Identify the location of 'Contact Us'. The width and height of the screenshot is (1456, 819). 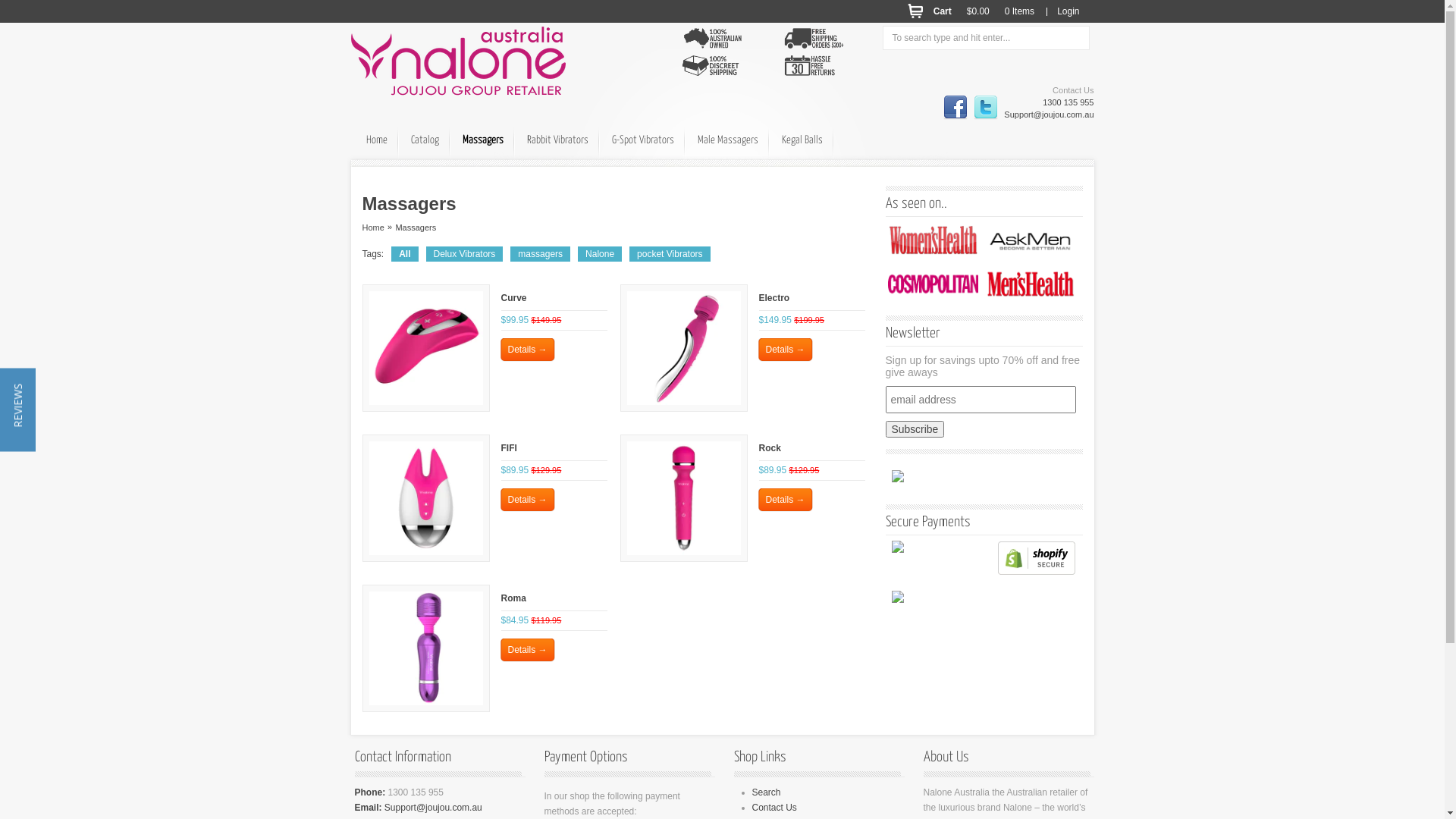
(774, 806).